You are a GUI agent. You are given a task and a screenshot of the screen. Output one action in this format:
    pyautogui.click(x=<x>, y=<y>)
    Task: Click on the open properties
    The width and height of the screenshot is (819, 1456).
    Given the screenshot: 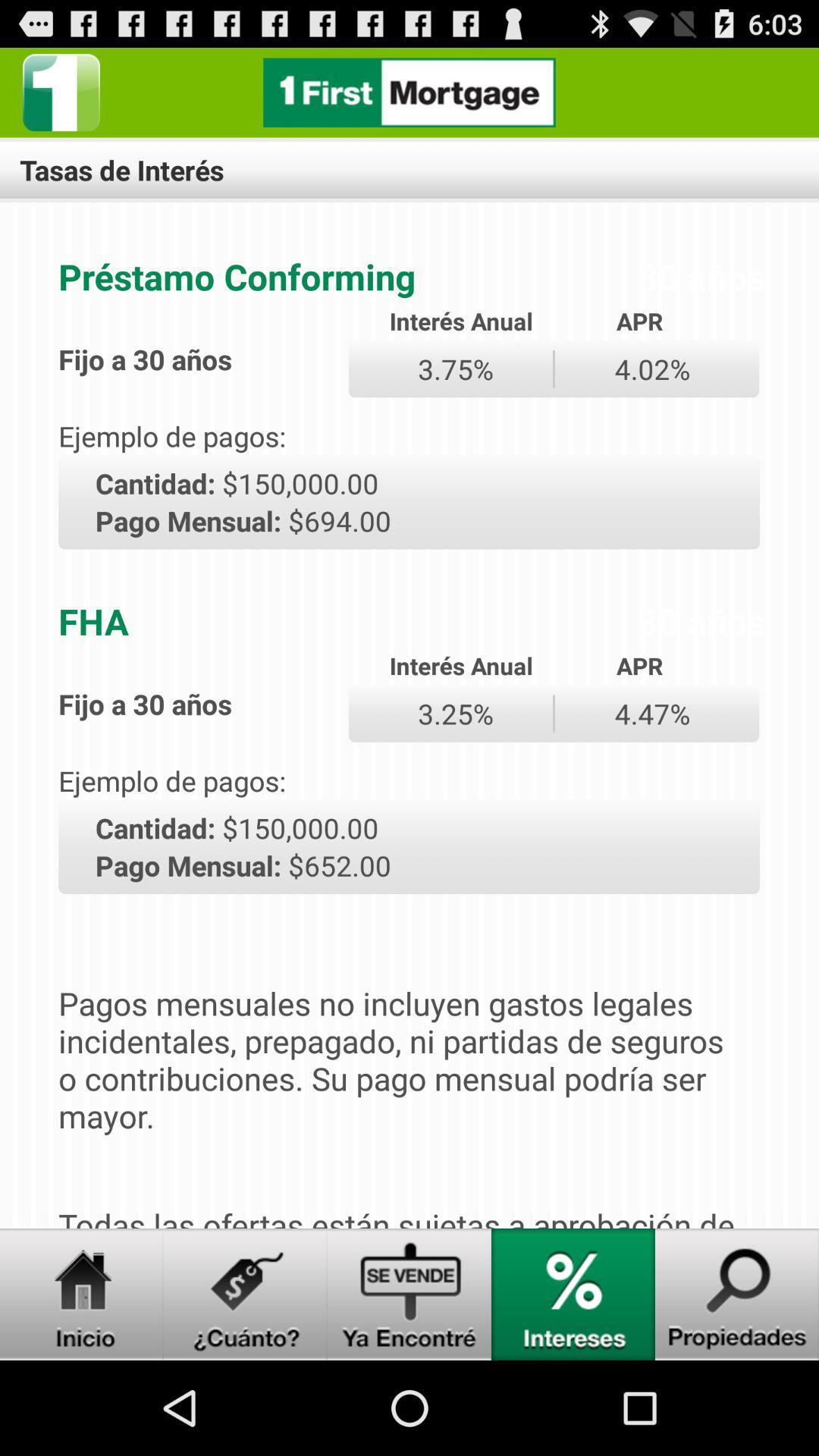 What is the action you would take?
    pyautogui.click(x=736, y=1294)
    